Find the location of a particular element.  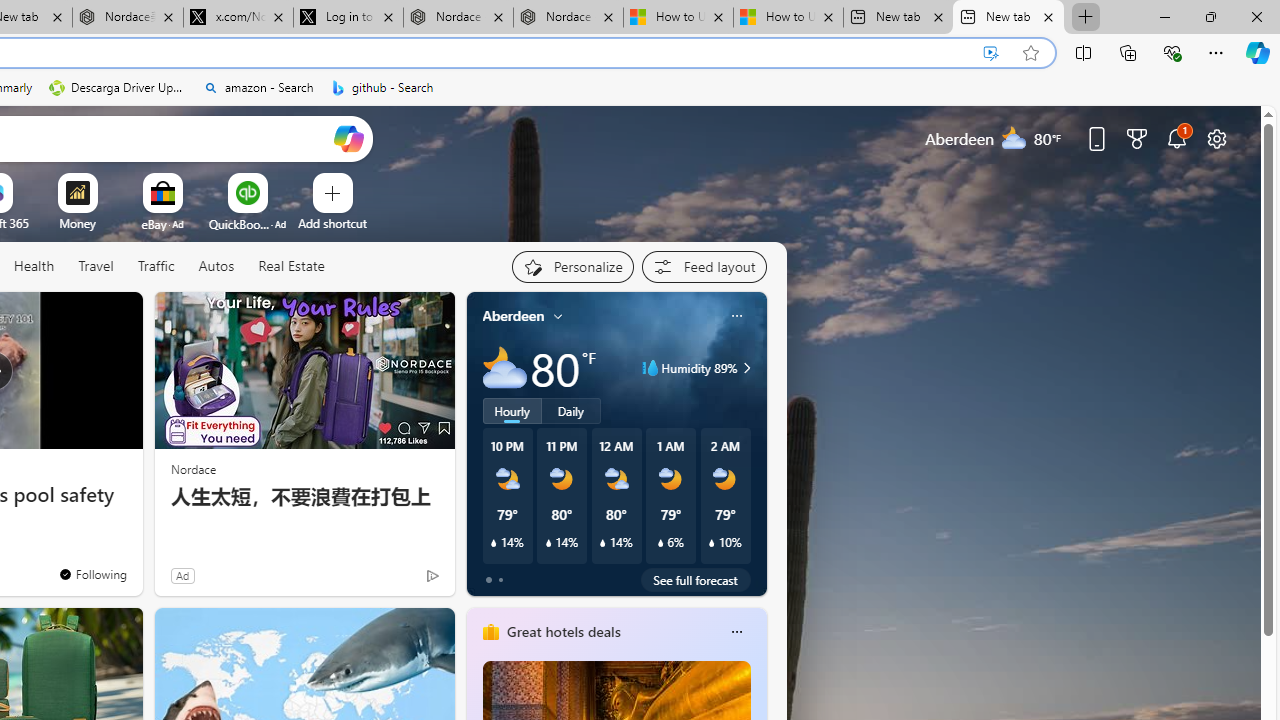

'See full forecast' is located at coordinates (695, 579).